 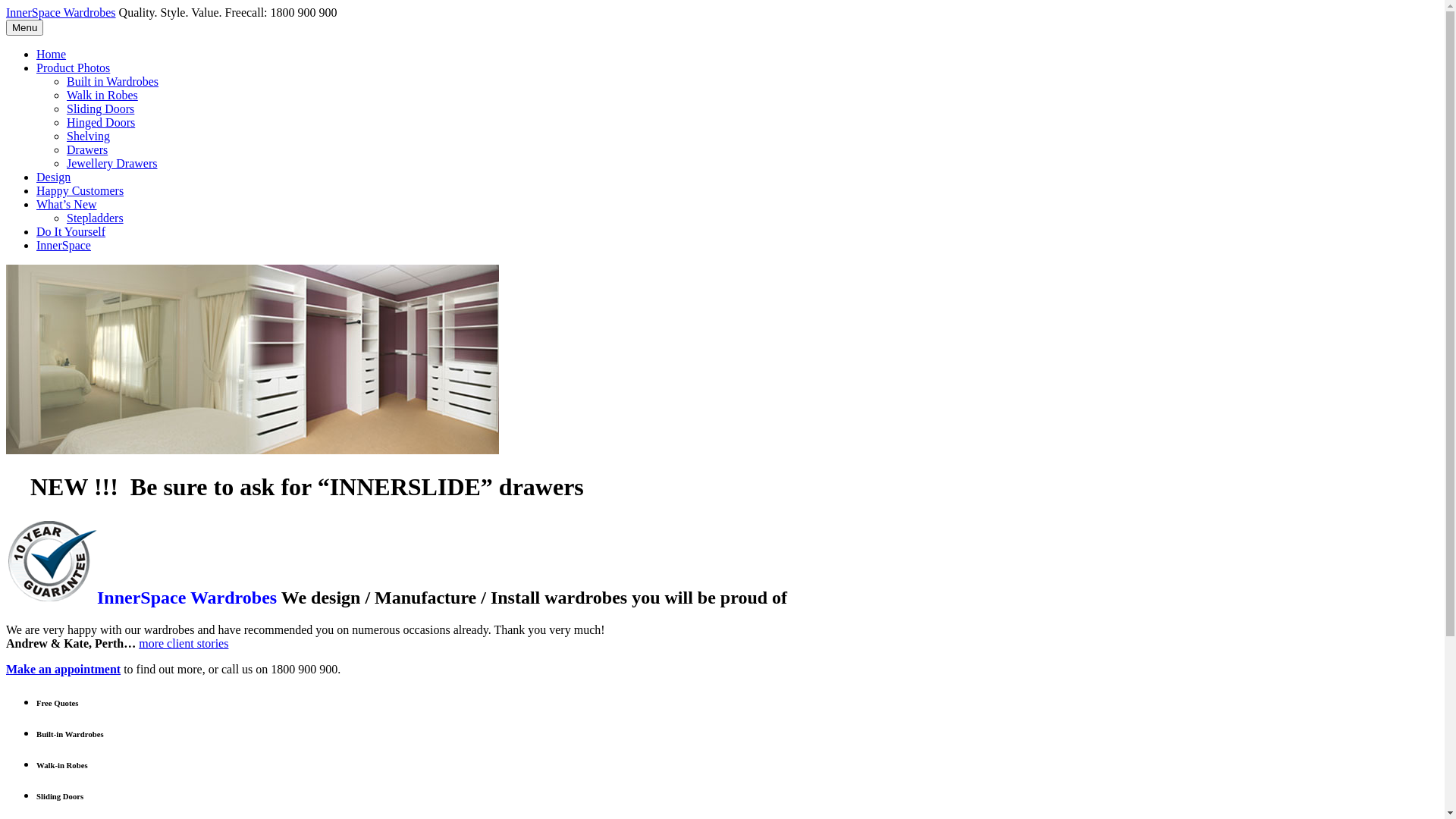 I want to click on 'Shelving', so click(x=87, y=135).